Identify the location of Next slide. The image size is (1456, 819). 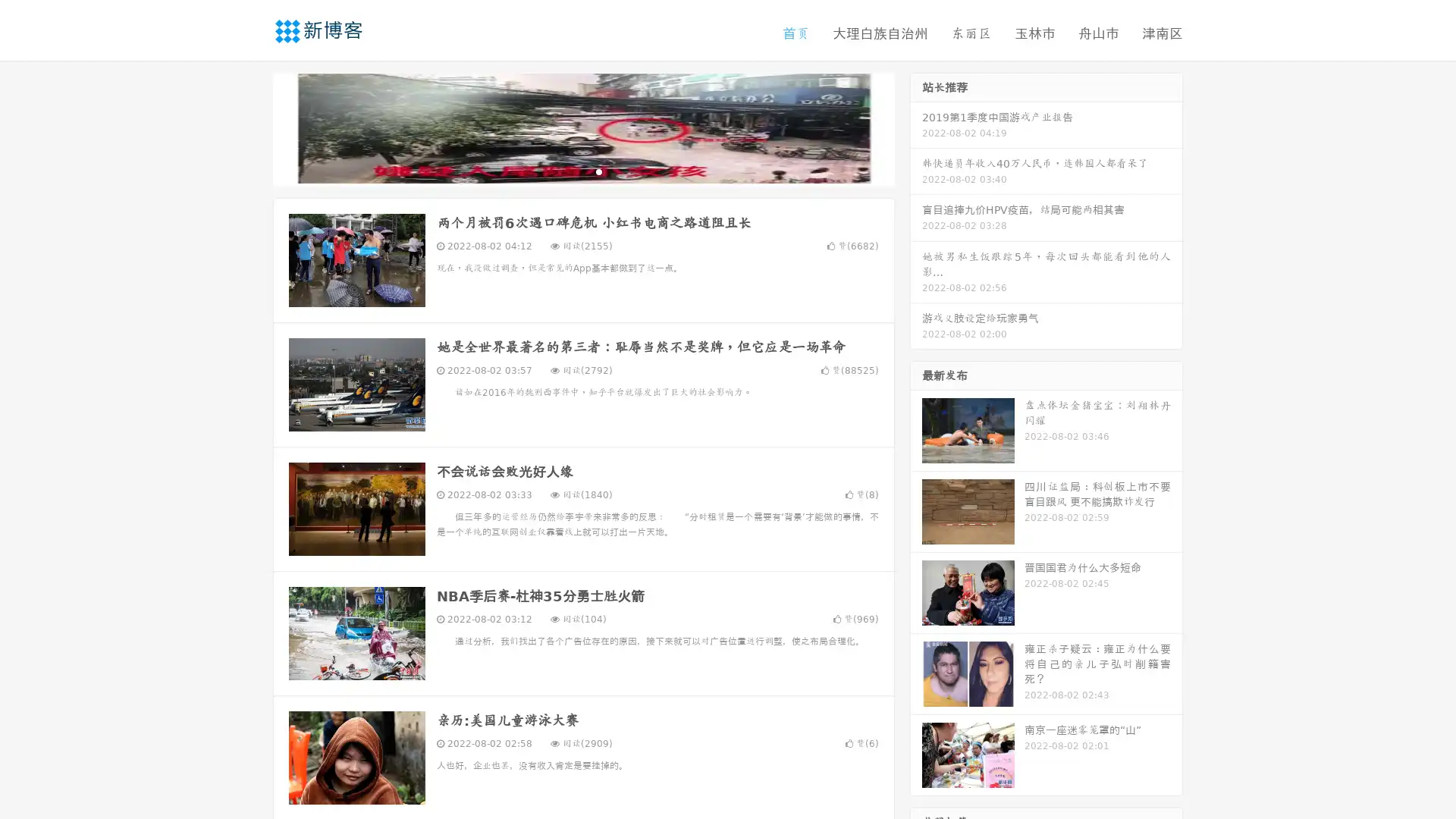
(916, 127).